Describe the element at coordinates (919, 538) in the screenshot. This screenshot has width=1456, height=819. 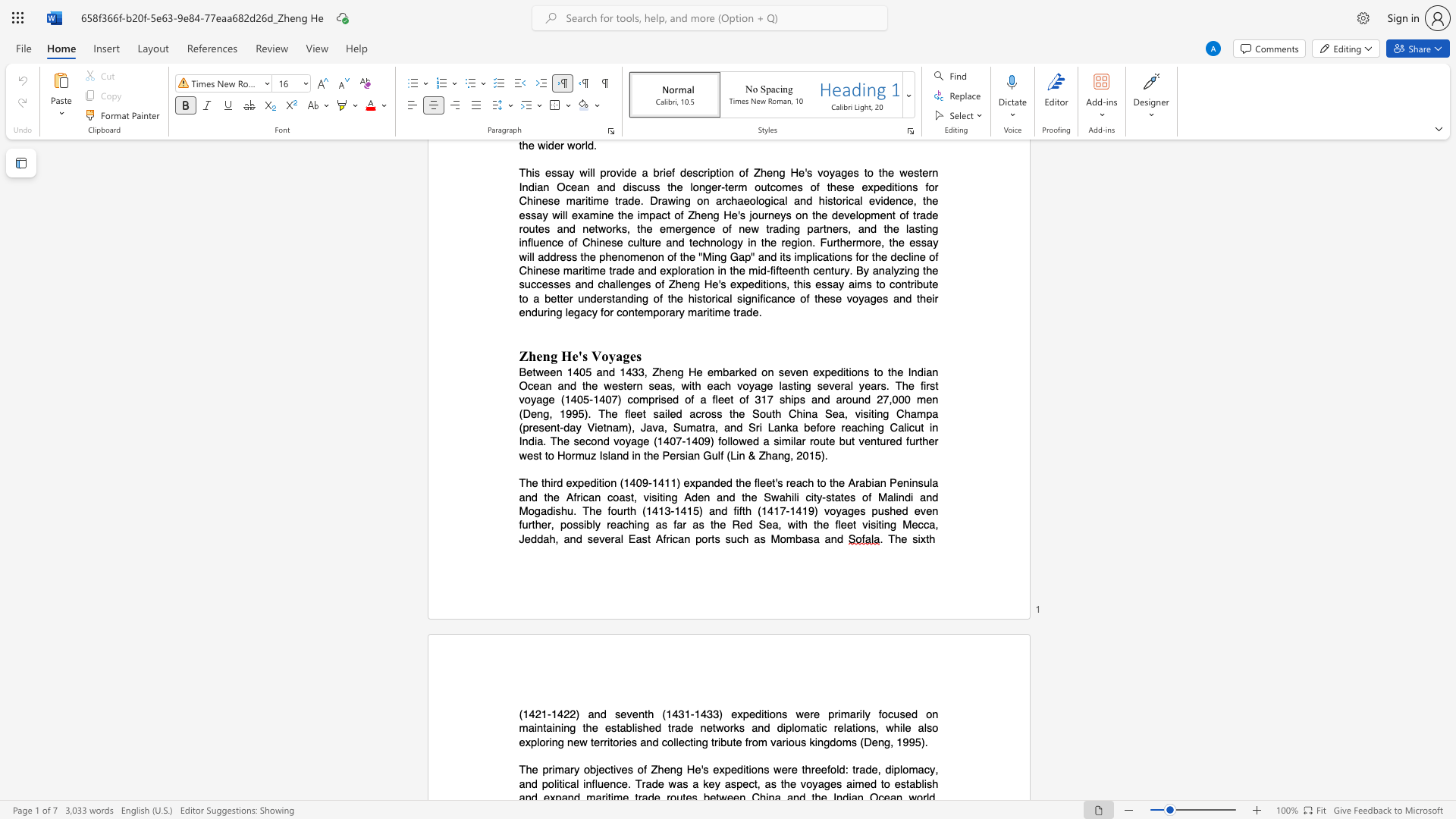
I see `the subset text "xth" within the text ". The sixth"` at that location.